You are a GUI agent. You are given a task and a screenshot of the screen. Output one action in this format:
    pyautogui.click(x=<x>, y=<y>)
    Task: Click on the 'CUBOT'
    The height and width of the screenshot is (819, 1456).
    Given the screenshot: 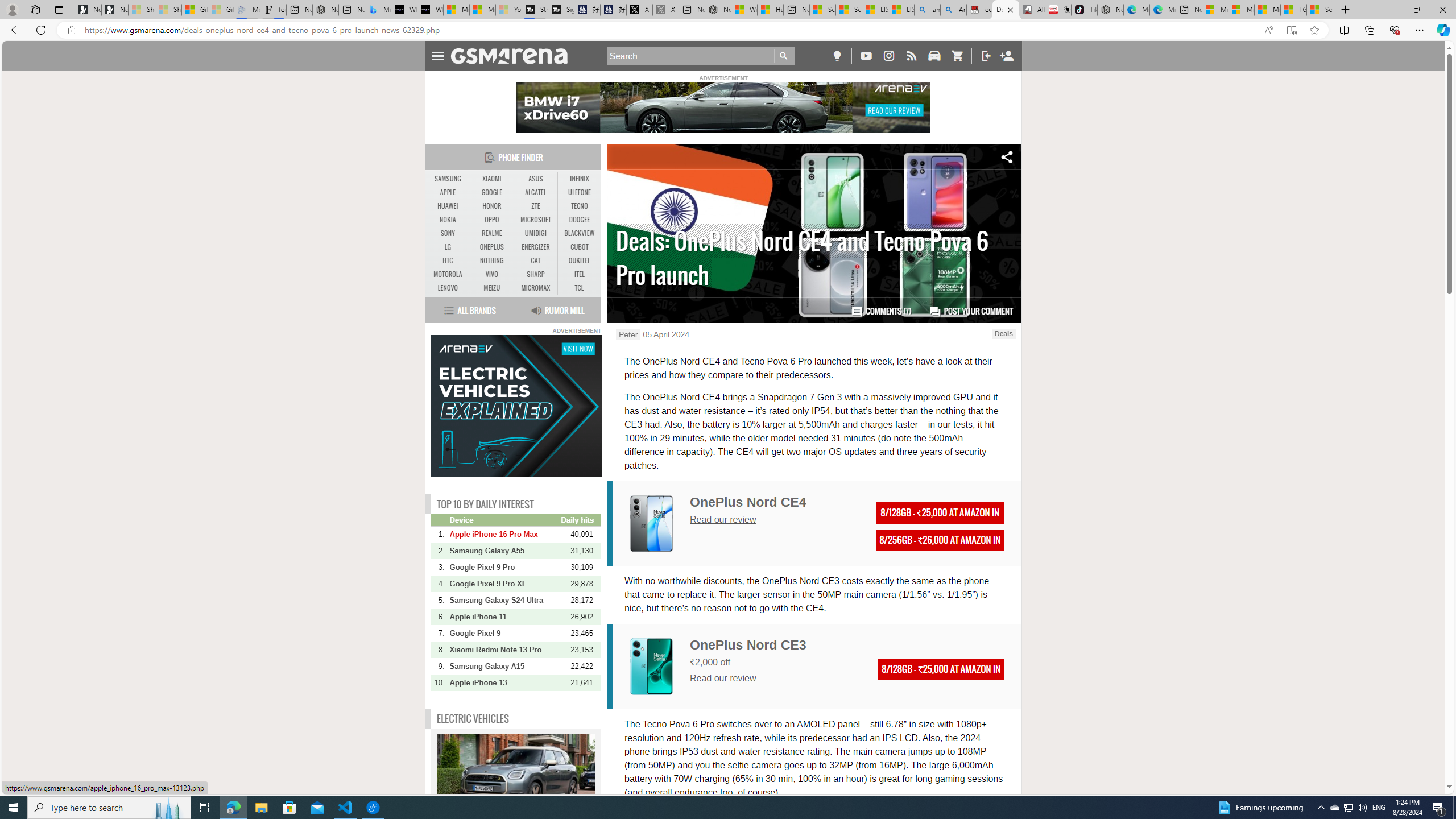 What is the action you would take?
    pyautogui.click(x=579, y=246)
    